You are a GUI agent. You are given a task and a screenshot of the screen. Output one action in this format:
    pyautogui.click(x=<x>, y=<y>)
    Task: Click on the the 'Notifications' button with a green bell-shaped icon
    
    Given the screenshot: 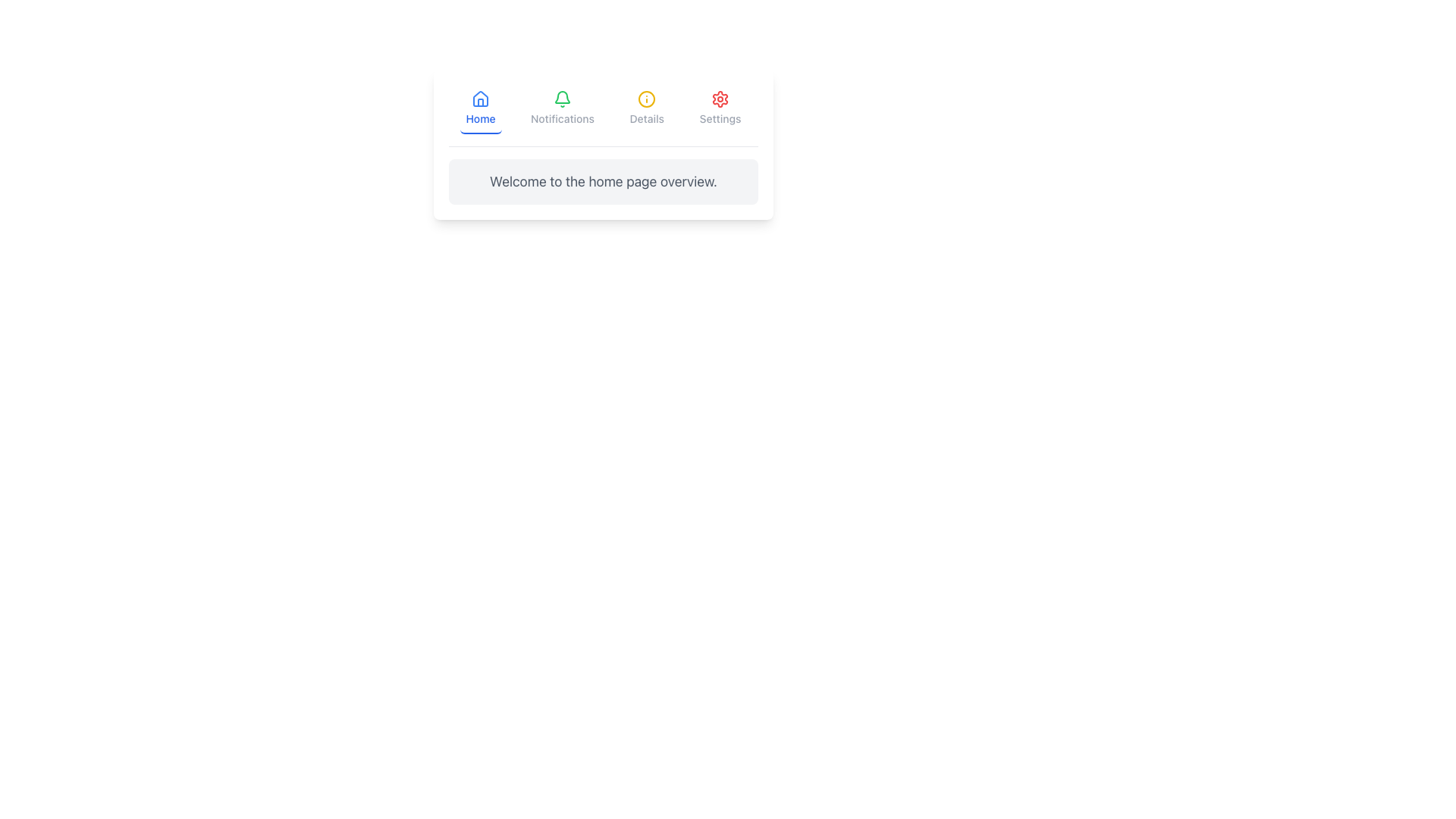 What is the action you would take?
    pyautogui.click(x=562, y=108)
    